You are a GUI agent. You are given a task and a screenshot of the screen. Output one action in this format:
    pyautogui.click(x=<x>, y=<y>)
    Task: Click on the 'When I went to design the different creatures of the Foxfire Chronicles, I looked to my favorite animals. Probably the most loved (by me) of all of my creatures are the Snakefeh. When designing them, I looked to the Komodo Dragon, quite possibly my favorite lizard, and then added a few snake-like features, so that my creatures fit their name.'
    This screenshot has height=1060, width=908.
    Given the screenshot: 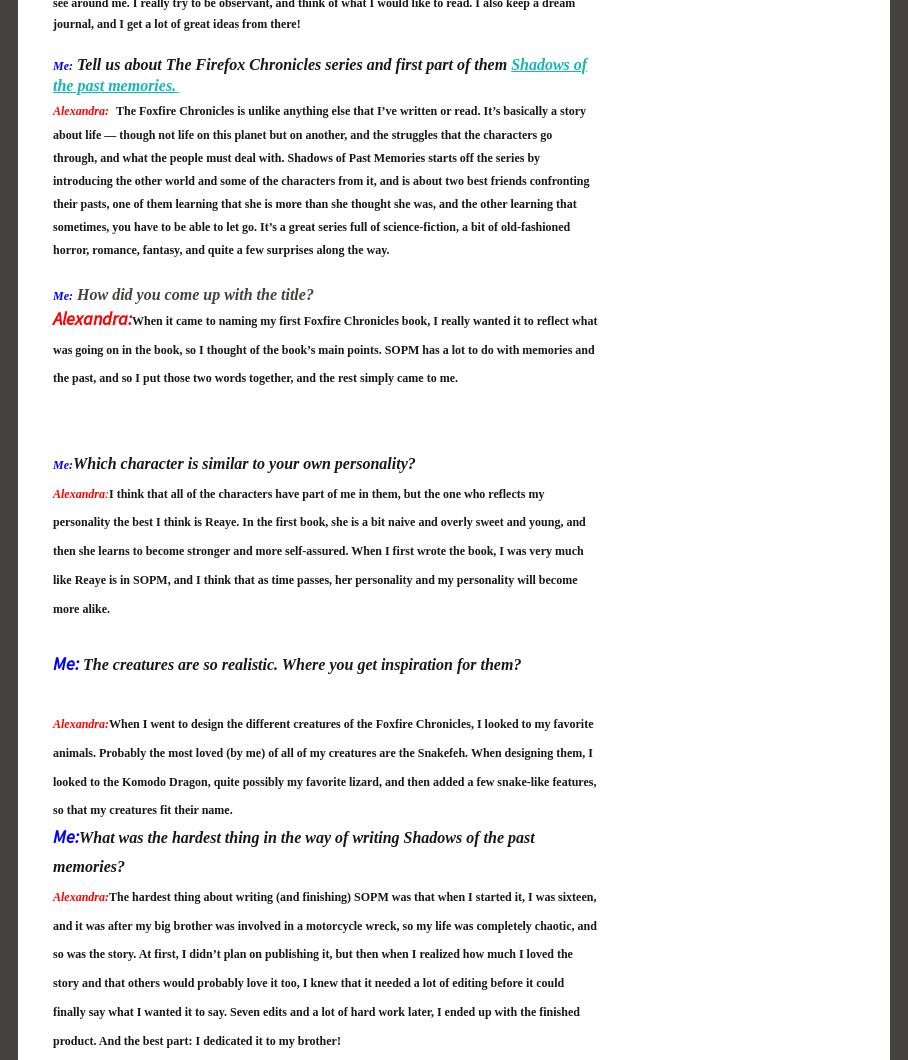 What is the action you would take?
    pyautogui.click(x=323, y=765)
    